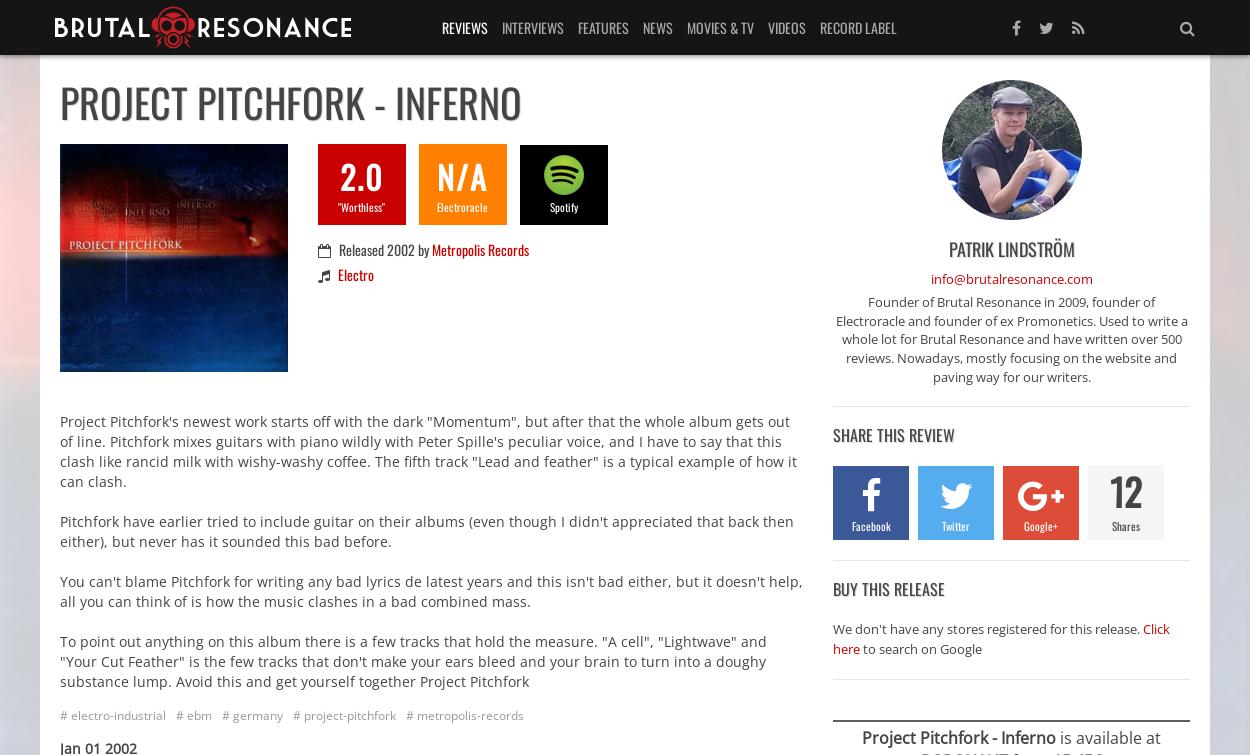 This screenshot has height=755, width=1250. What do you see at coordinates (176, 713) in the screenshot?
I see `'# ebm'` at bounding box center [176, 713].